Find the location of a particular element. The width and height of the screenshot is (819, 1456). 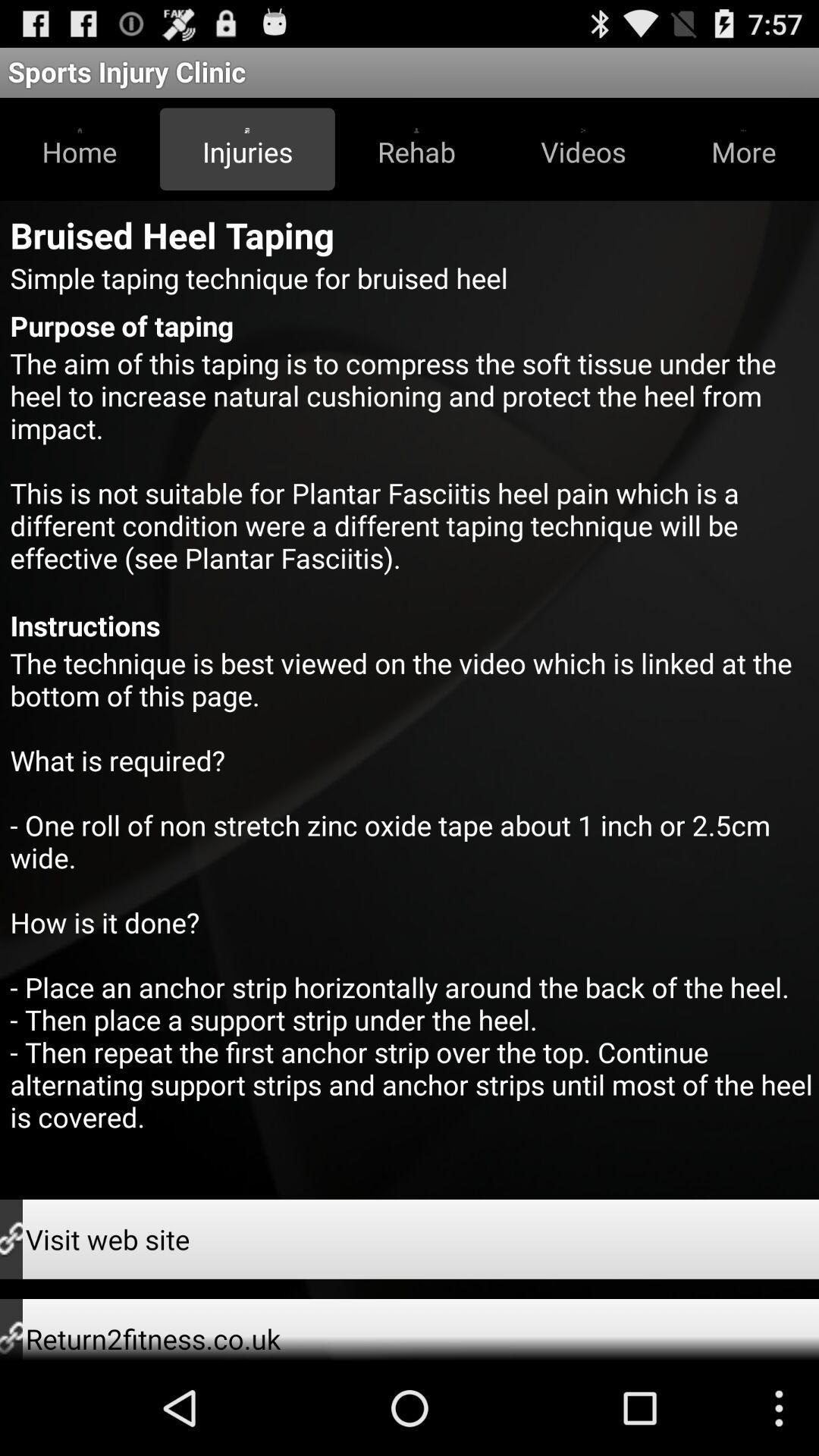

icon above bruised heel taping app is located at coordinates (80, 149).